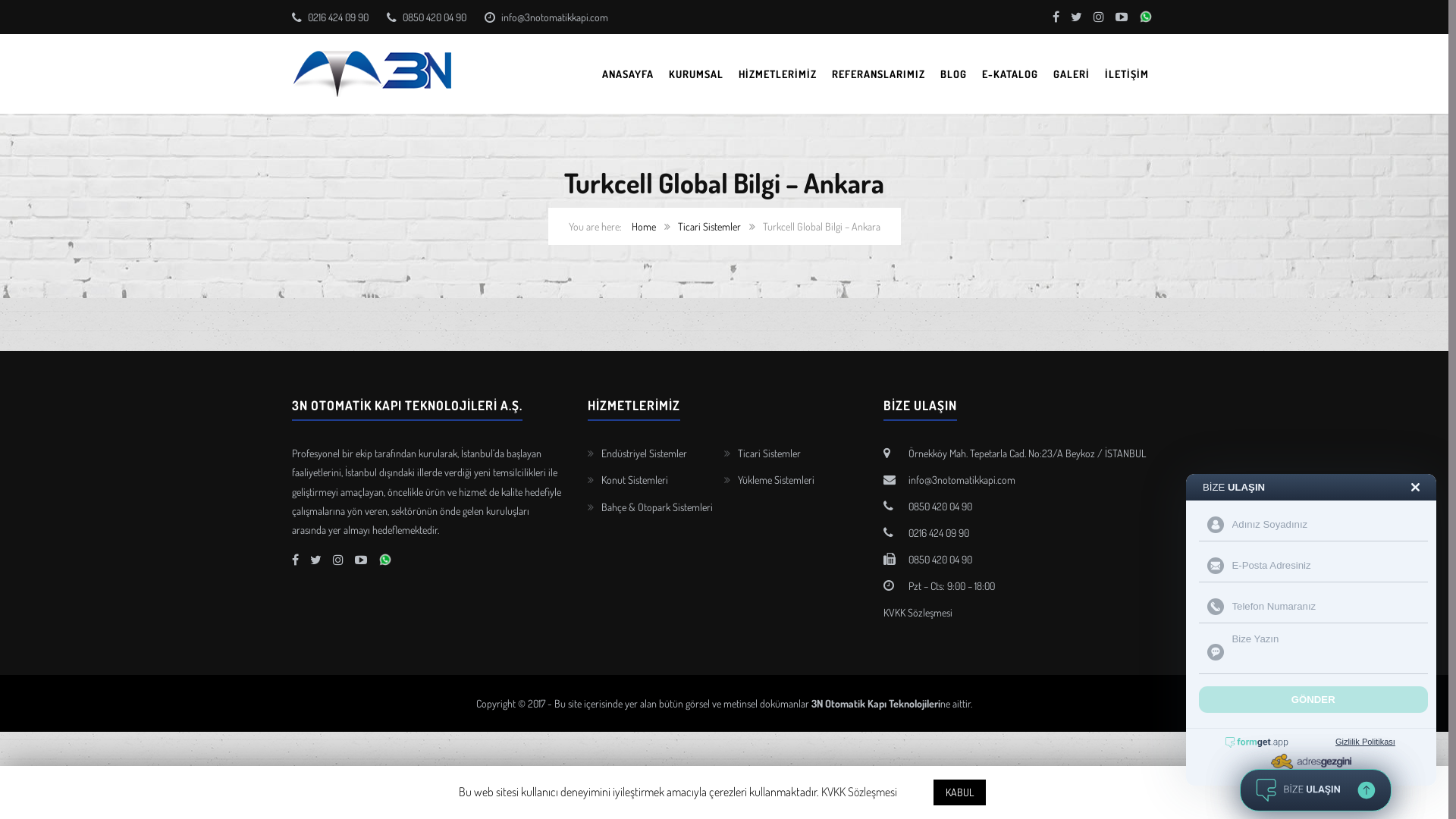 Image resolution: width=1456 pixels, height=819 pixels. I want to click on 'KABUL', so click(959, 792).